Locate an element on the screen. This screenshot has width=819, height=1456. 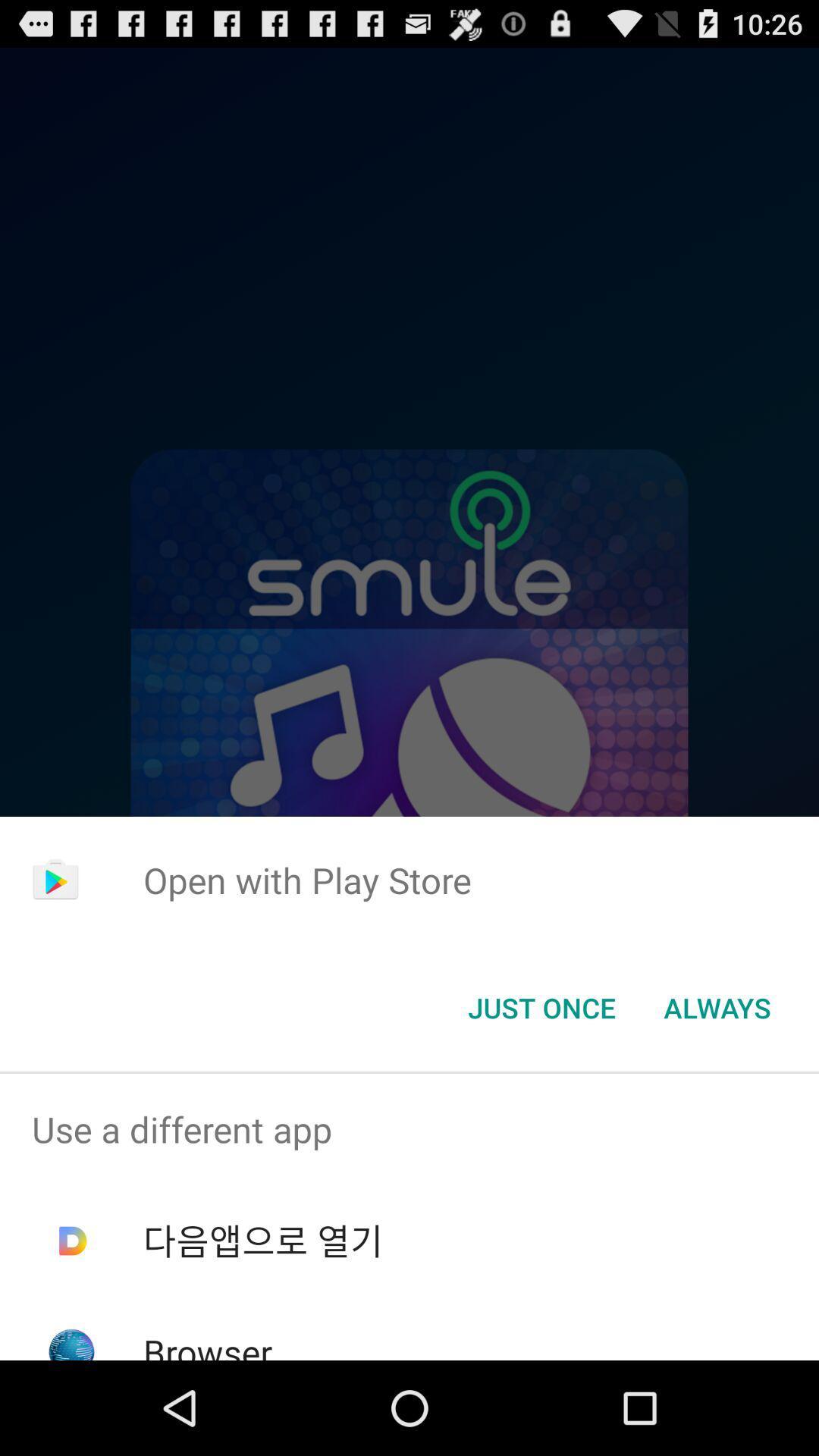
item next to always item is located at coordinates (541, 1008).